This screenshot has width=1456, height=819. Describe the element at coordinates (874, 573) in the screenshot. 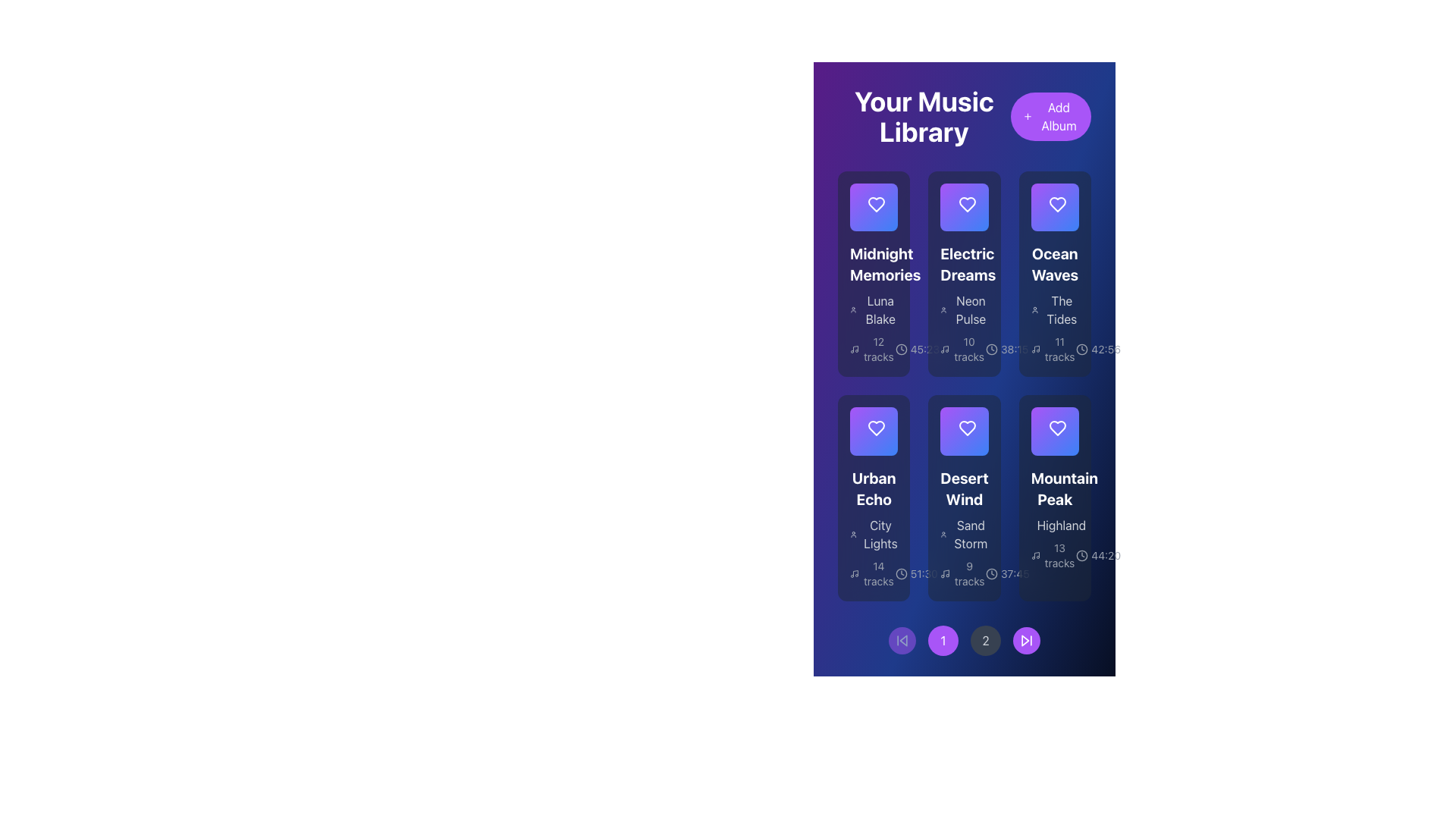

I see `the Text display indicating the number of tracks available in the album 'Urban Echo', located at the bottom of the 'Urban Echo' section and to the left of the '51:30' runtime text` at that location.